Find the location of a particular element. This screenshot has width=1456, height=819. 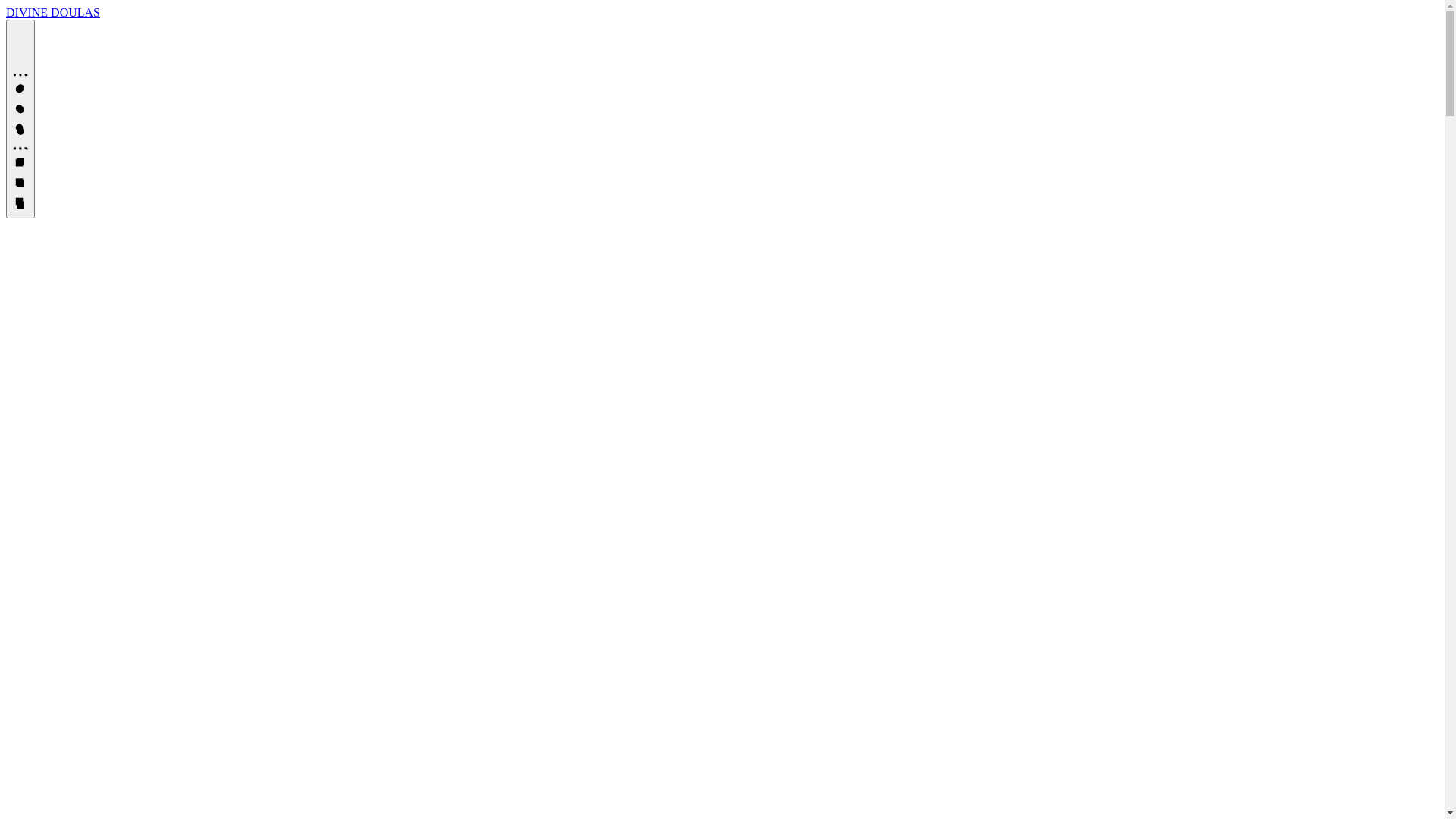

'DIVINE DOULAS' is located at coordinates (53, 12).